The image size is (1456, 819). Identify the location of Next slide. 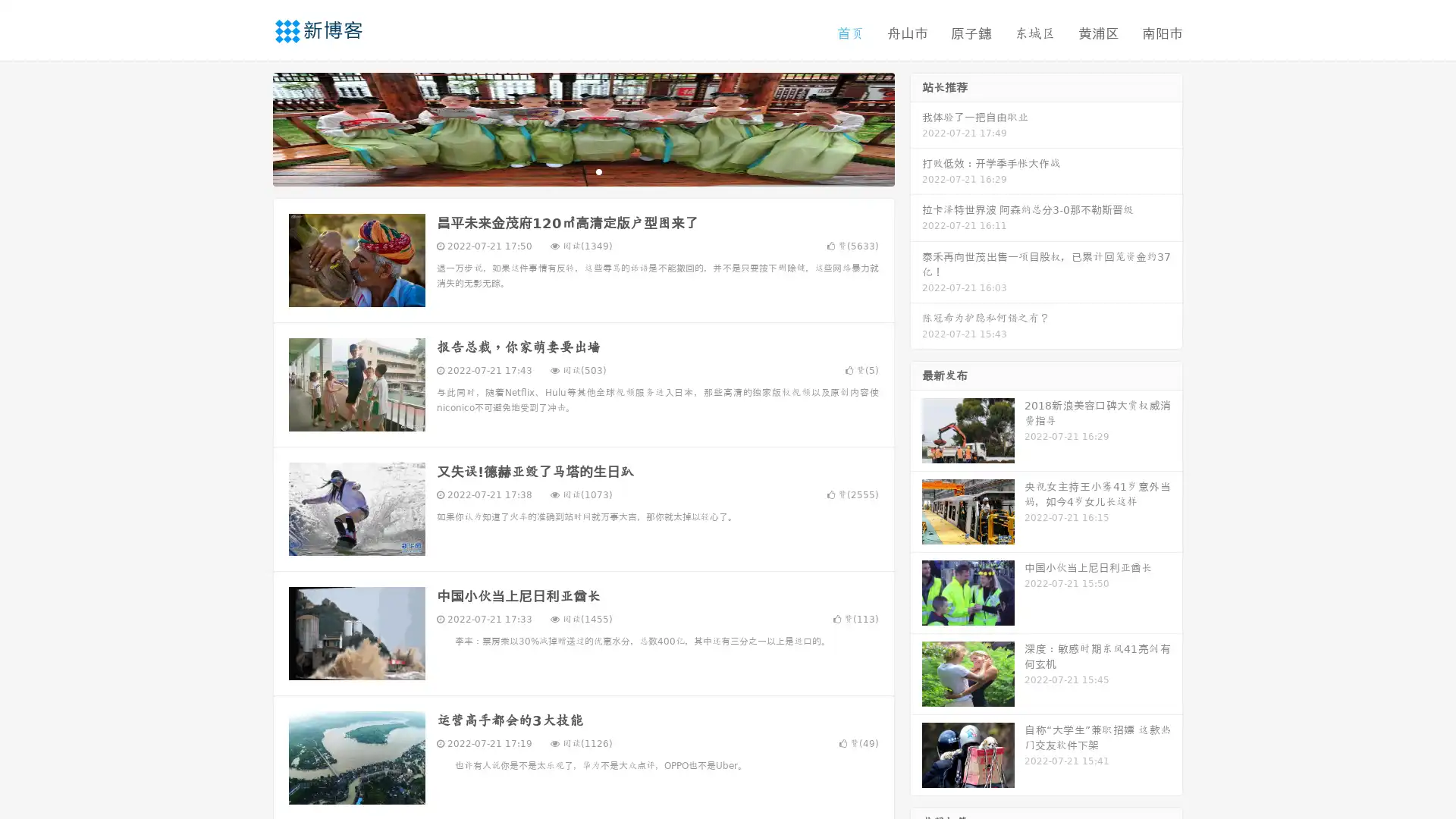
(916, 127).